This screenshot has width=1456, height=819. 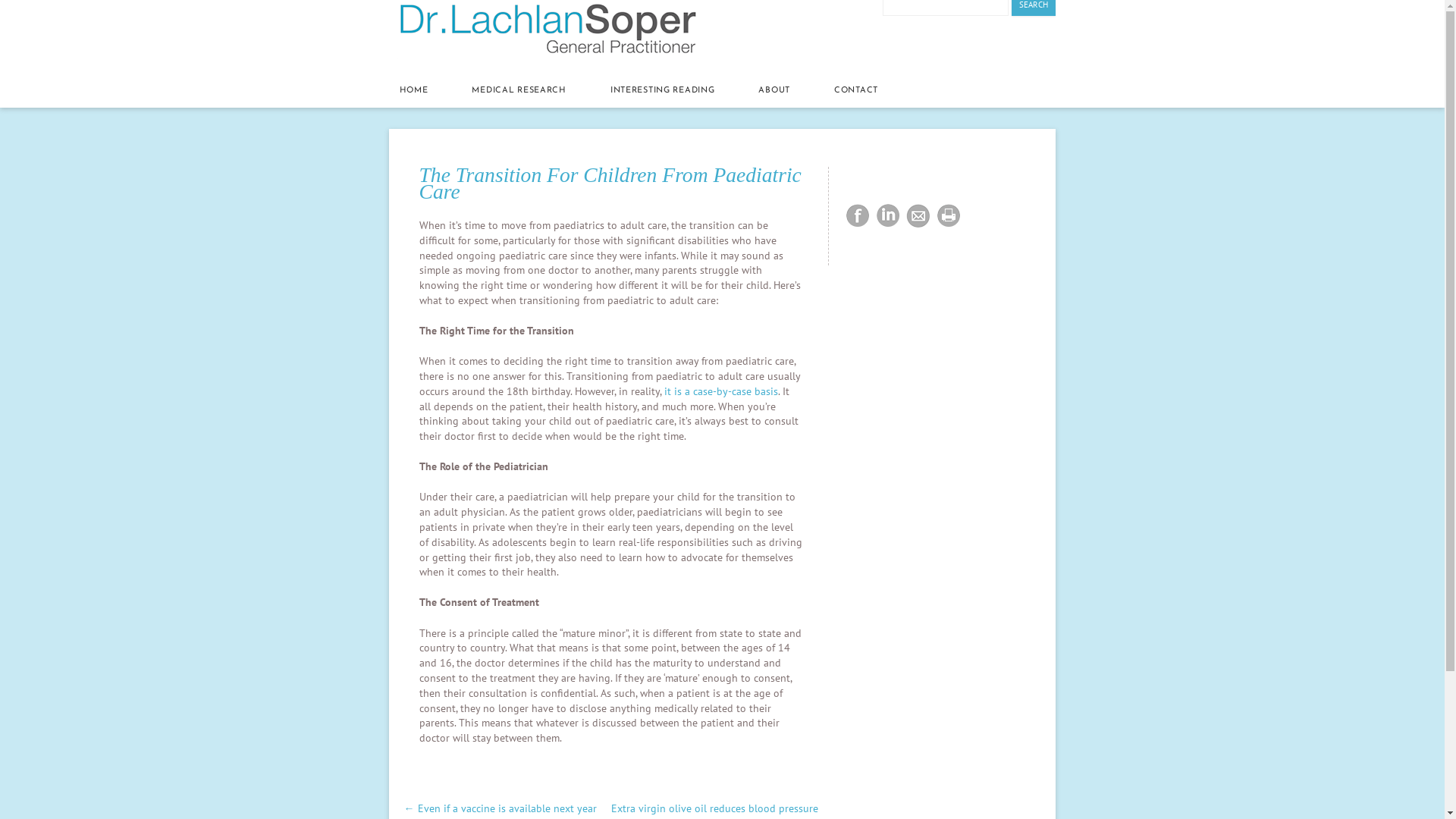 I want to click on 'LinkedIn', so click(x=888, y=216).